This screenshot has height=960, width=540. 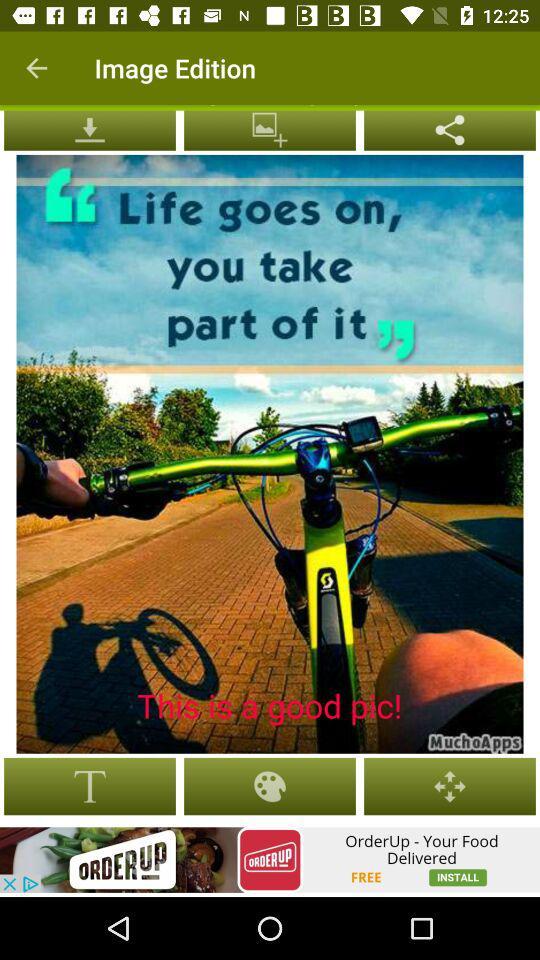 What do you see at coordinates (270, 859) in the screenshot?
I see `advertisement` at bounding box center [270, 859].